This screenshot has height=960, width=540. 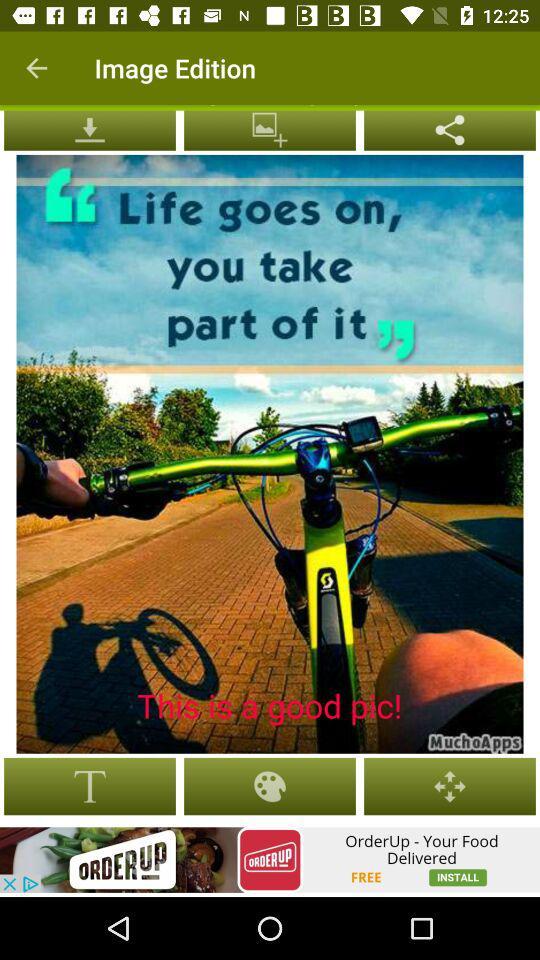 What do you see at coordinates (270, 859) in the screenshot?
I see `advertisement` at bounding box center [270, 859].